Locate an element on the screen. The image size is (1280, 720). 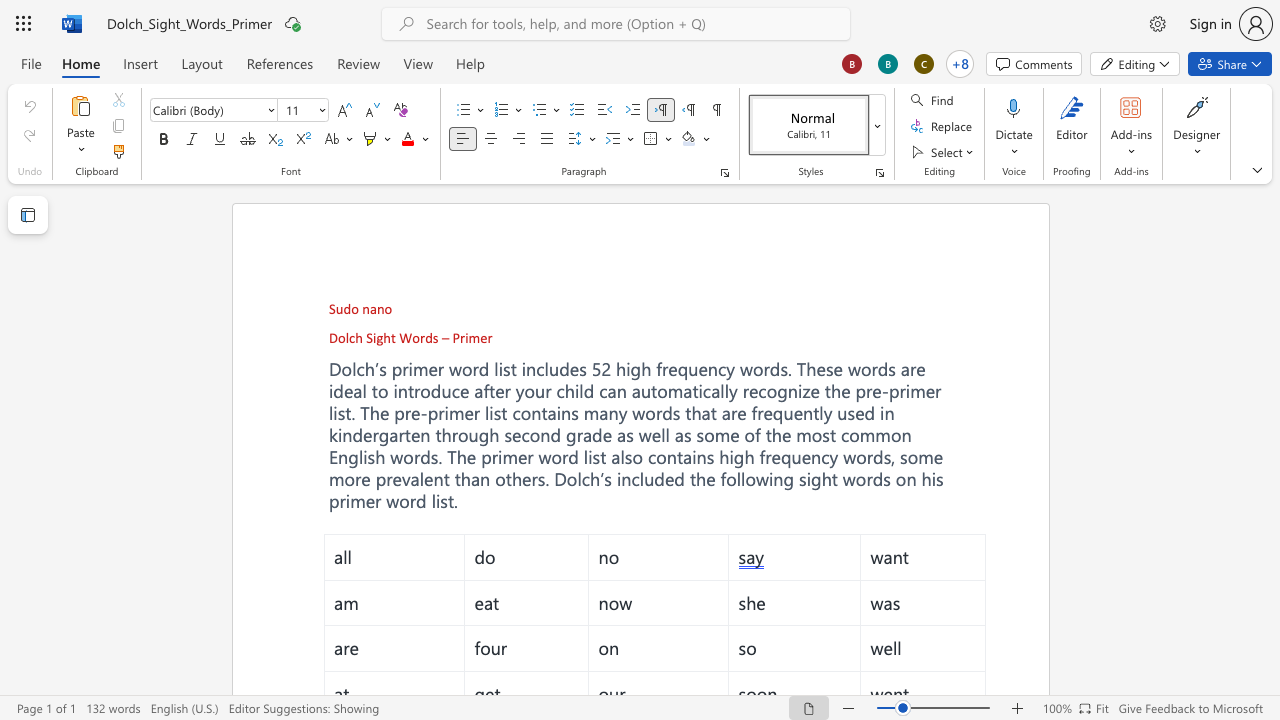
the space between the continuous character "a" and "n" in the text is located at coordinates (607, 411).